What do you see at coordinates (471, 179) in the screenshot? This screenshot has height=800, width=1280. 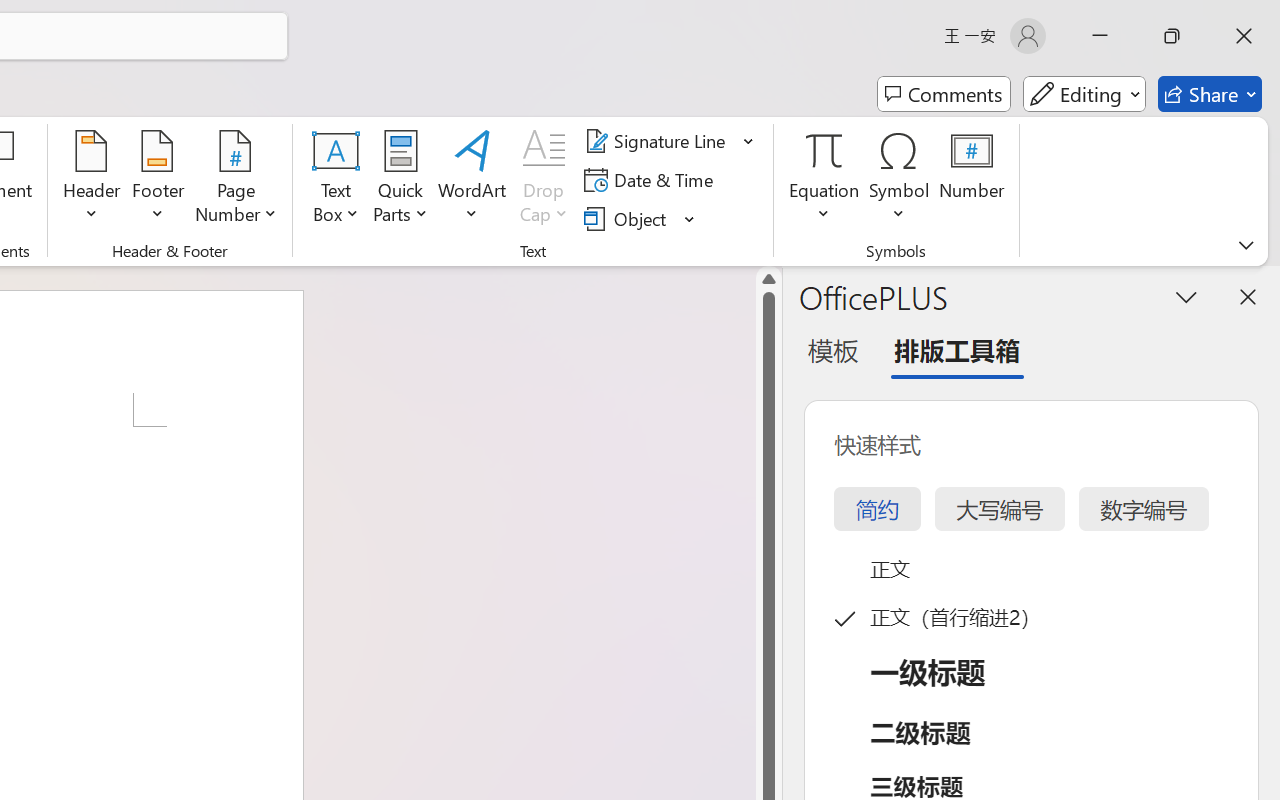 I see `'WordArt'` at bounding box center [471, 179].